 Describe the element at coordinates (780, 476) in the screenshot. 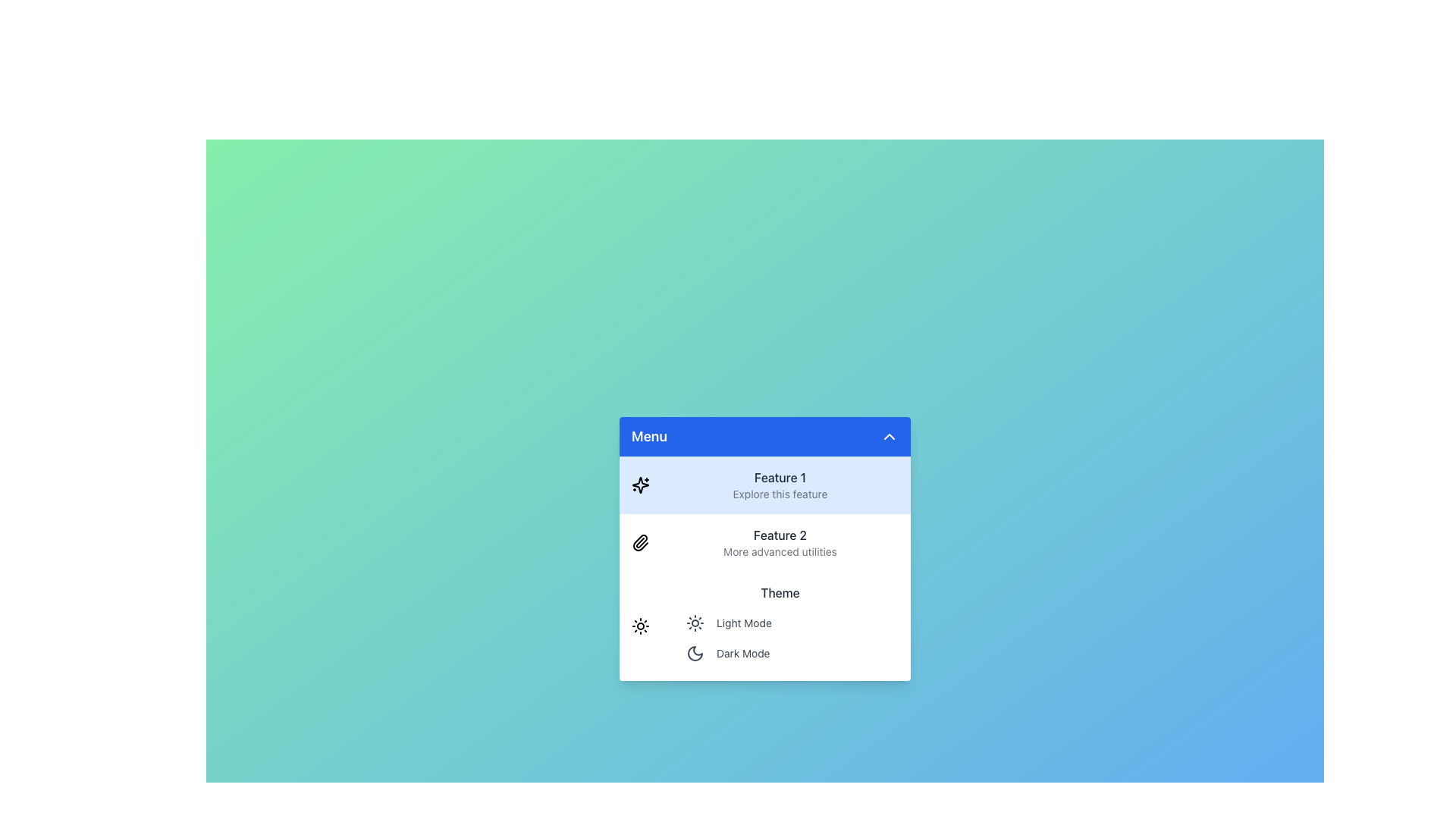

I see `the static text label displaying 'Feature 1' which is located at the top of the menu panel, indicating the first feature in the list` at that location.